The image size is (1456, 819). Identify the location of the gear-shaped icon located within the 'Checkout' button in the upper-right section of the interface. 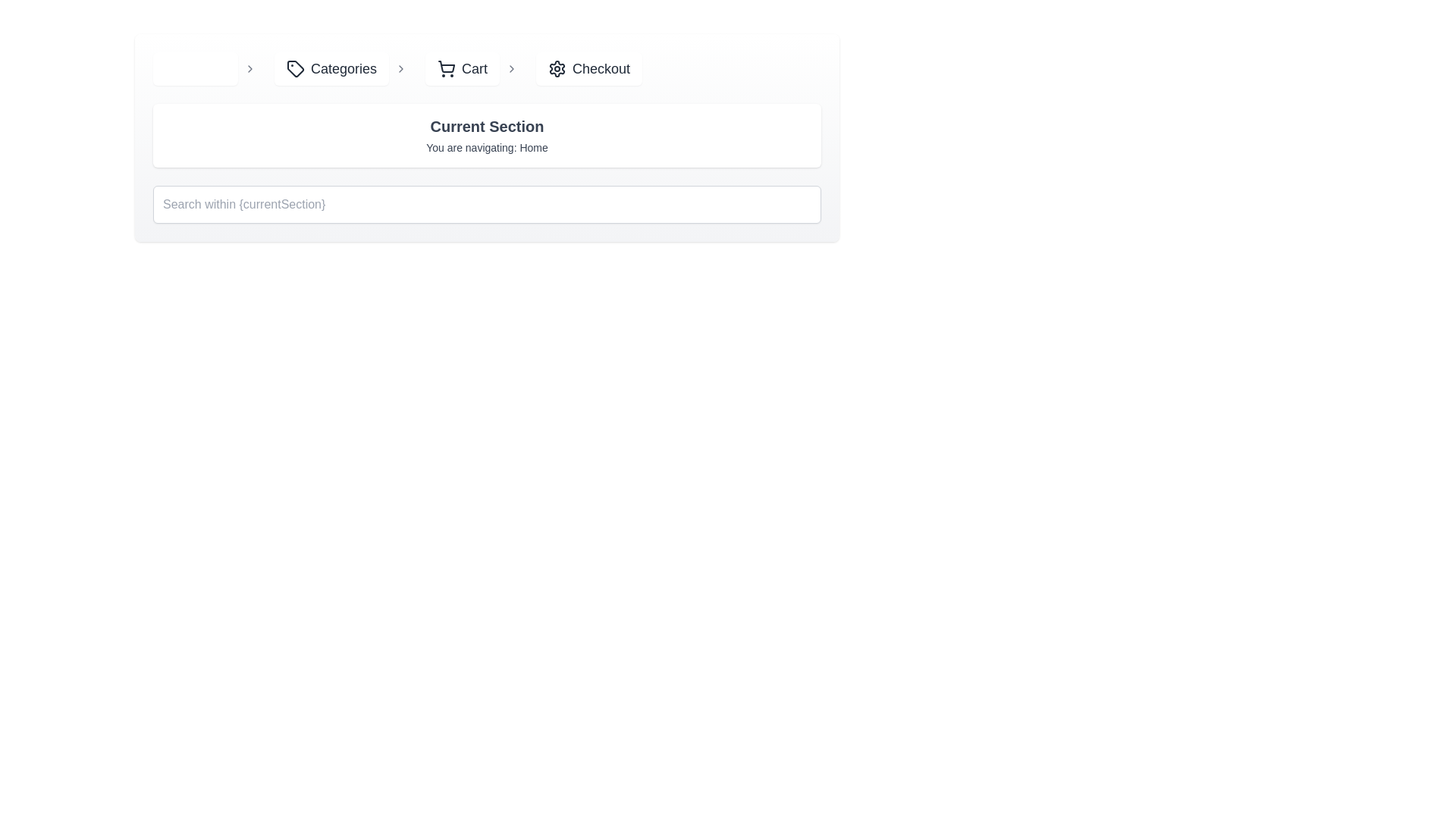
(557, 69).